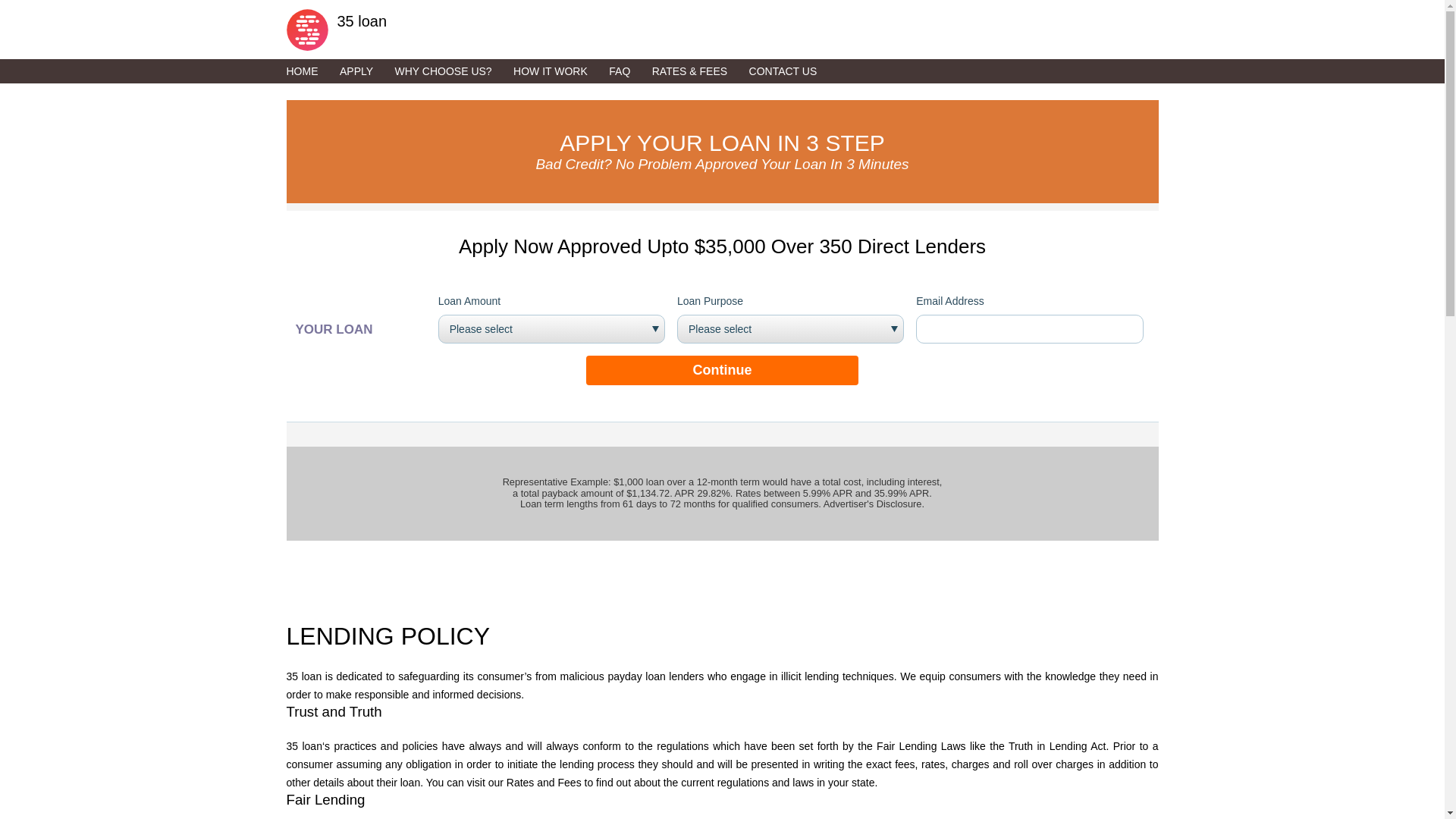  What do you see at coordinates (559, 71) in the screenshot?
I see `'HOW IT WORK'` at bounding box center [559, 71].